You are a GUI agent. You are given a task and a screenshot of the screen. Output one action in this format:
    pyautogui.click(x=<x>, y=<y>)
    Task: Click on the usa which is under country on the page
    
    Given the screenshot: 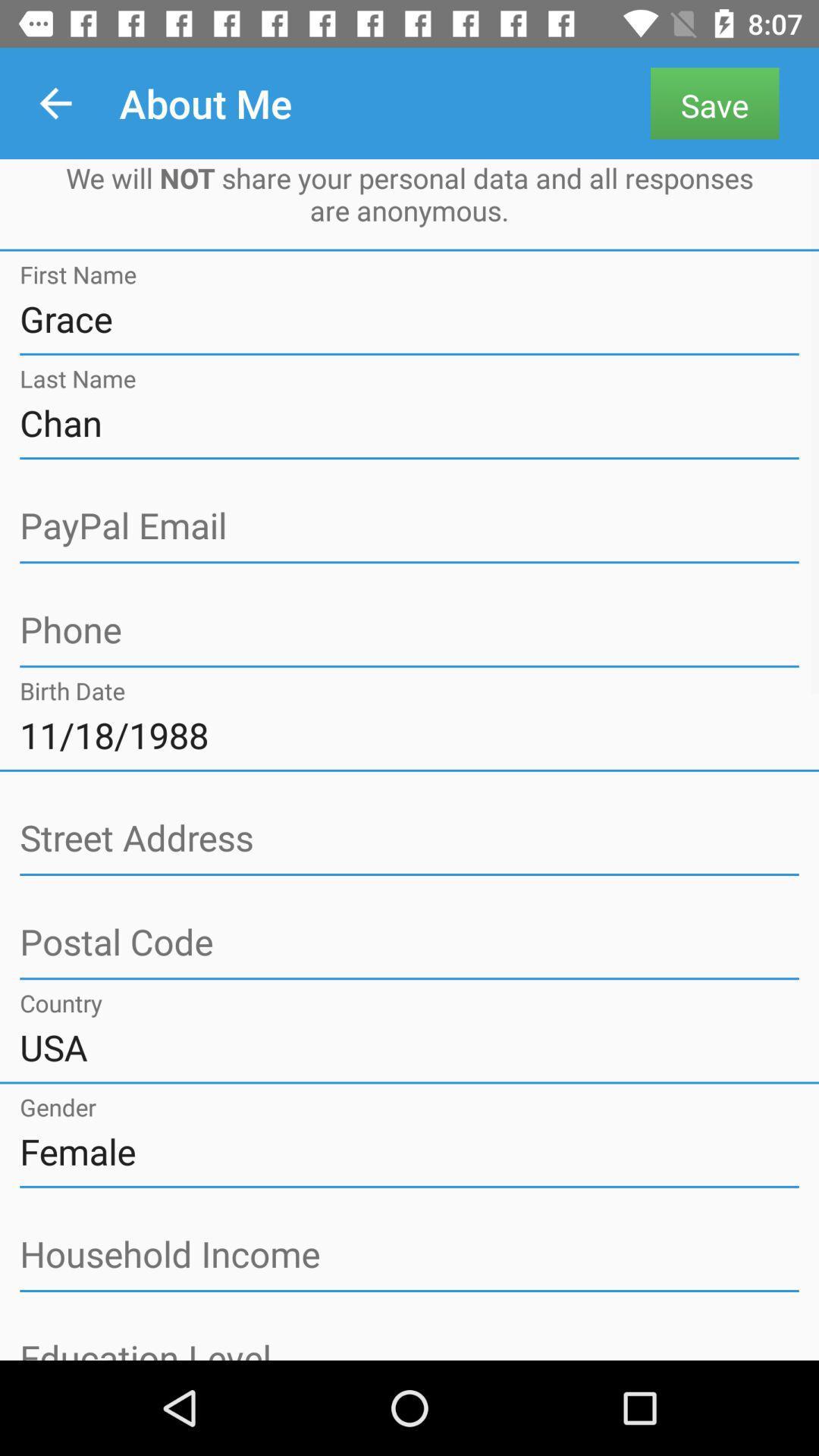 What is the action you would take?
    pyautogui.click(x=409, y=1046)
    